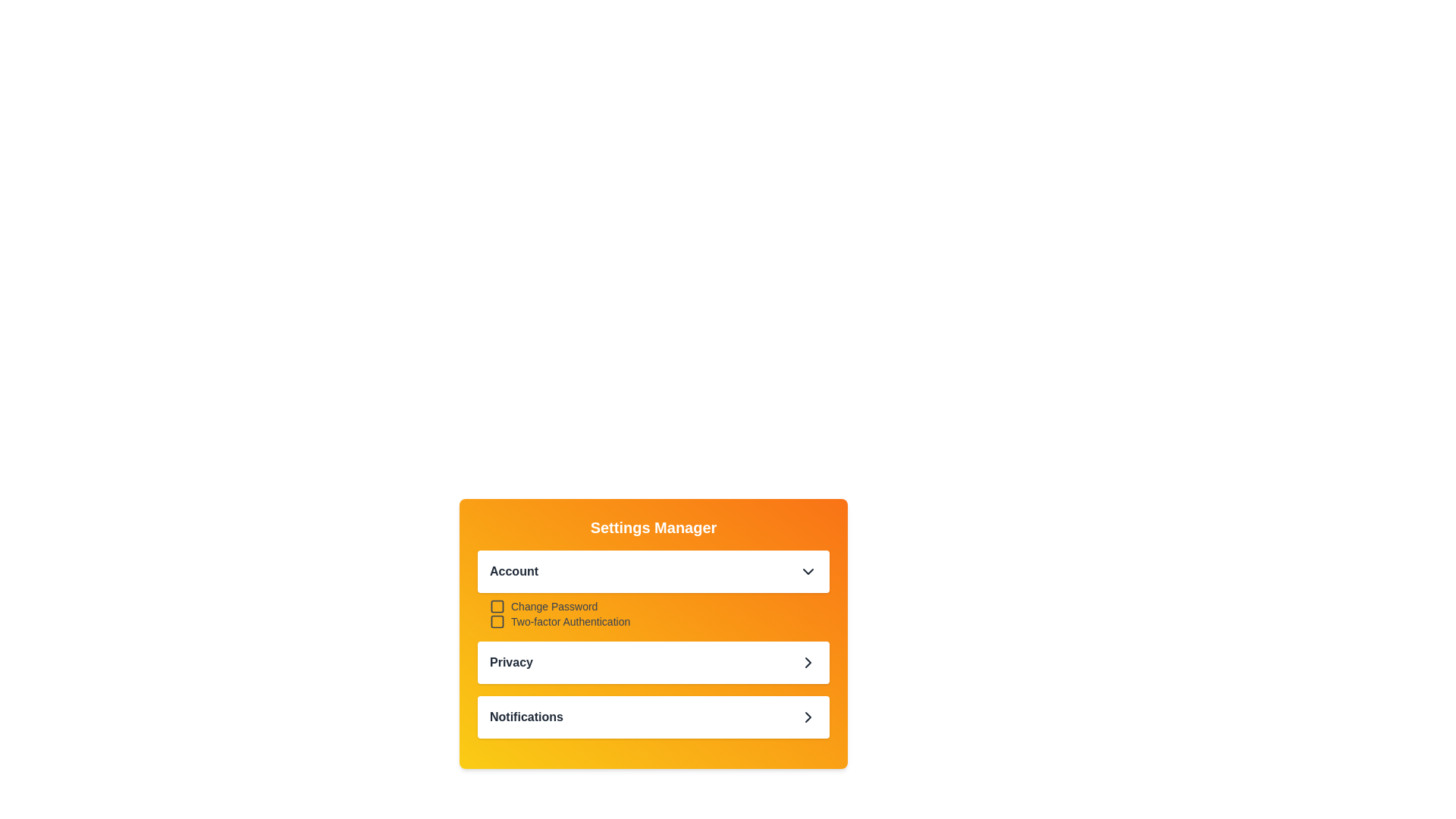  I want to click on the checkbox located in the settings panel under the 'Account' section, next to the 'Two-factor Authentication' label, to check or uncheck it, so click(497, 622).